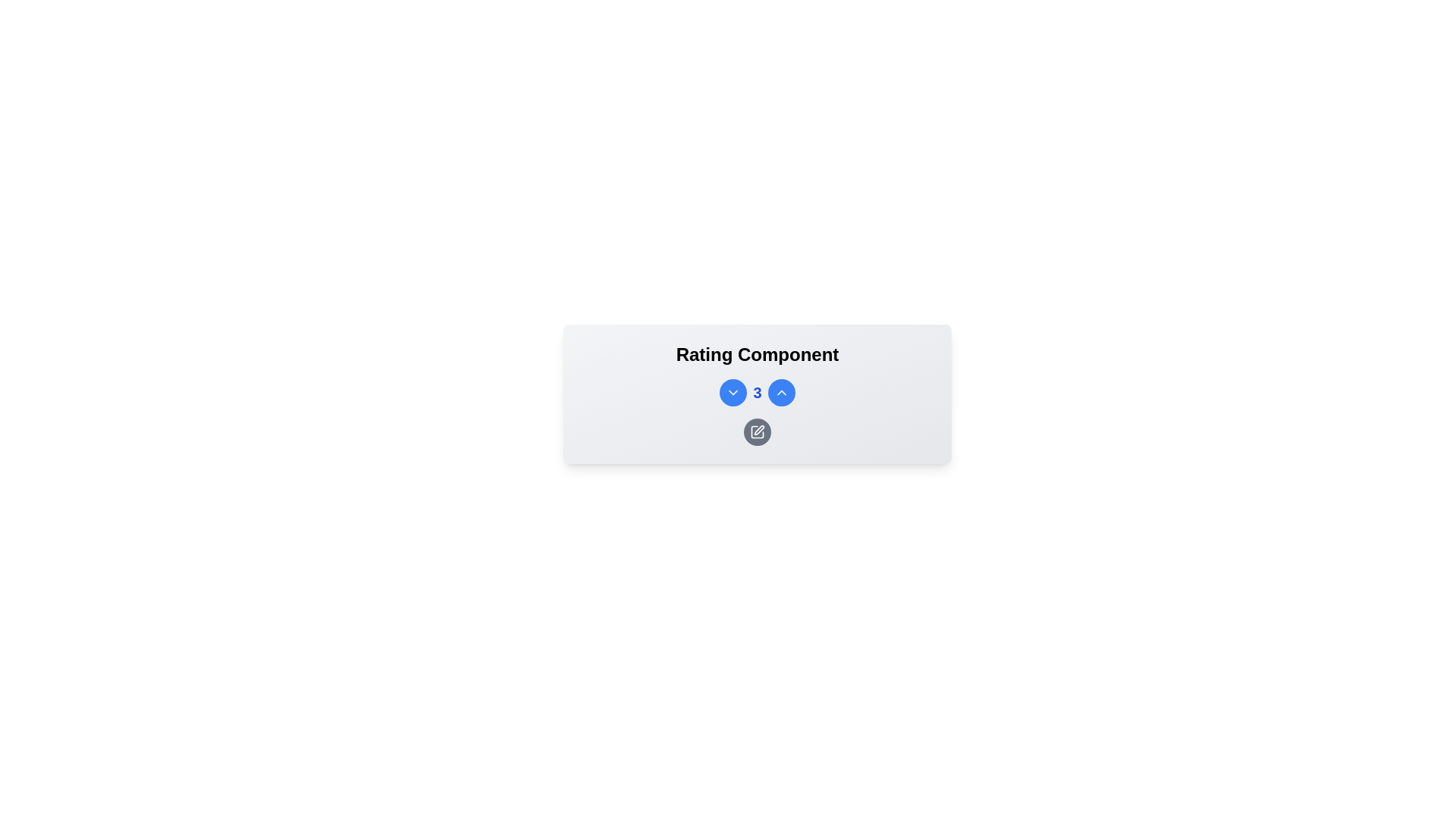 The height and width of the screenshot is (819, 1456). What do you see at coordinates (757, 391) in the screenshot?
I see `the label that displays the current number in the numeric selector, located between the upward and downward blue circular buttons` at bounding box center [757, 391].